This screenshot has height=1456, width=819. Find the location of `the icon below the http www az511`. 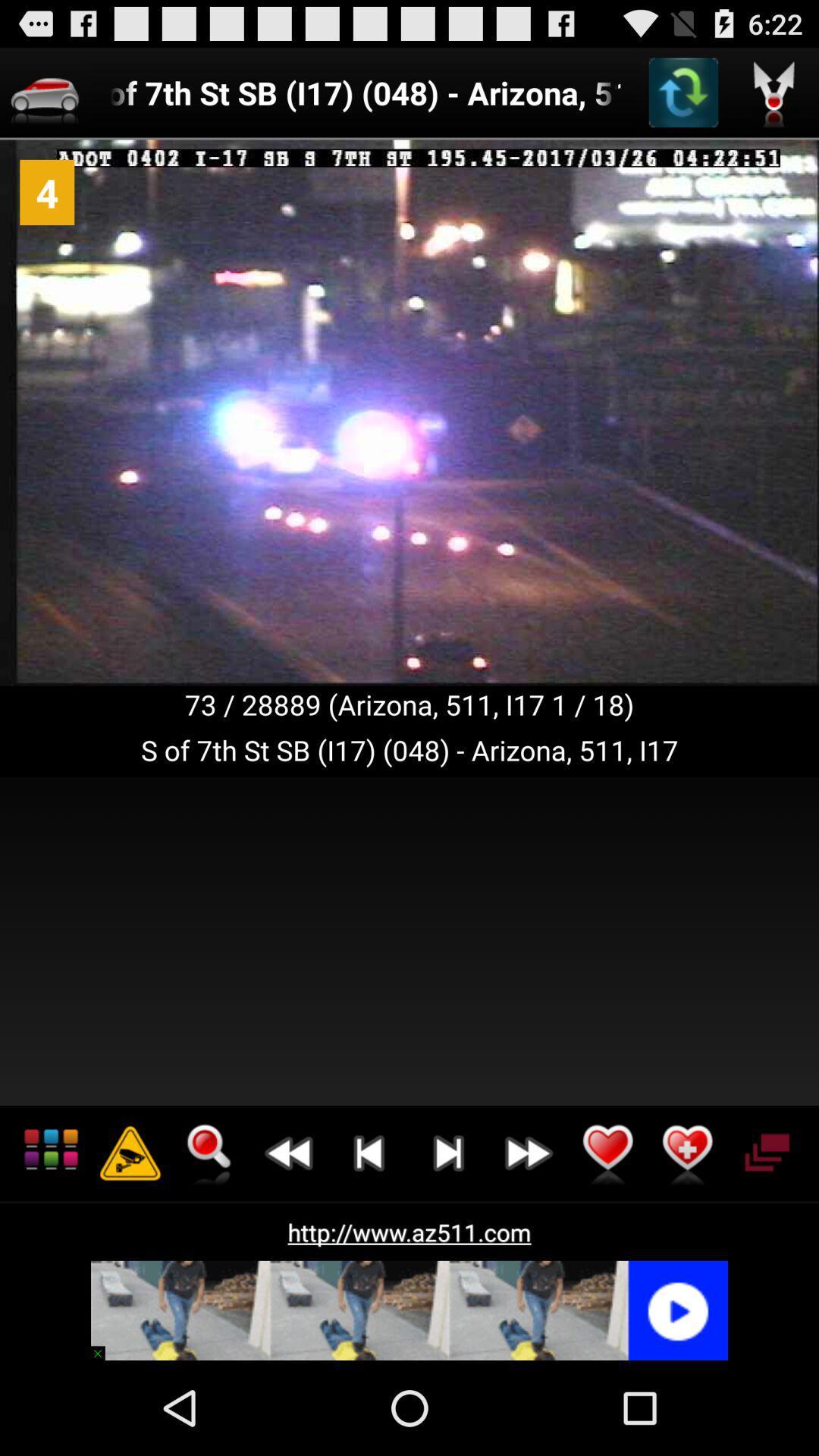

the icon below the http www az511 is located at coordinates (409, 1310).